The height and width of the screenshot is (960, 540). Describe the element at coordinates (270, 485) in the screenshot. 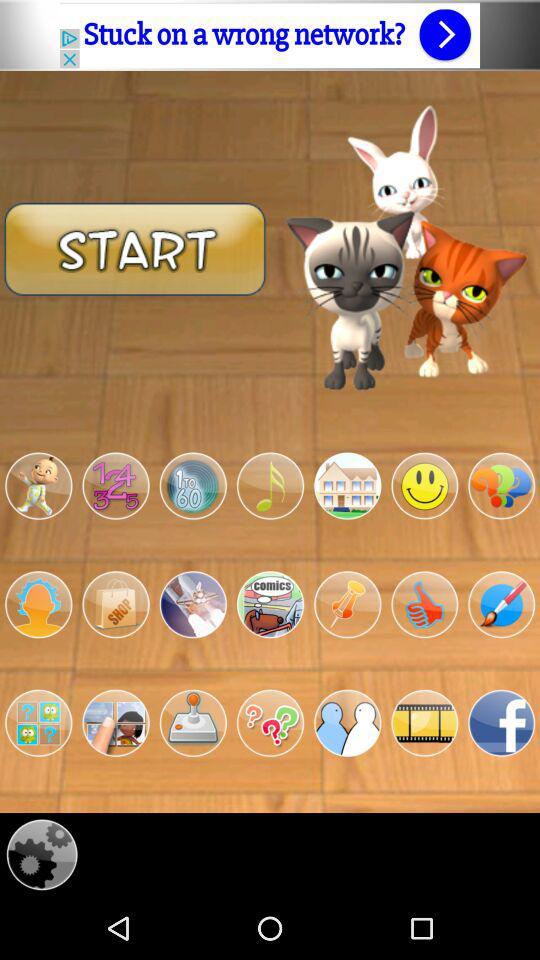

I see `music` at that location.